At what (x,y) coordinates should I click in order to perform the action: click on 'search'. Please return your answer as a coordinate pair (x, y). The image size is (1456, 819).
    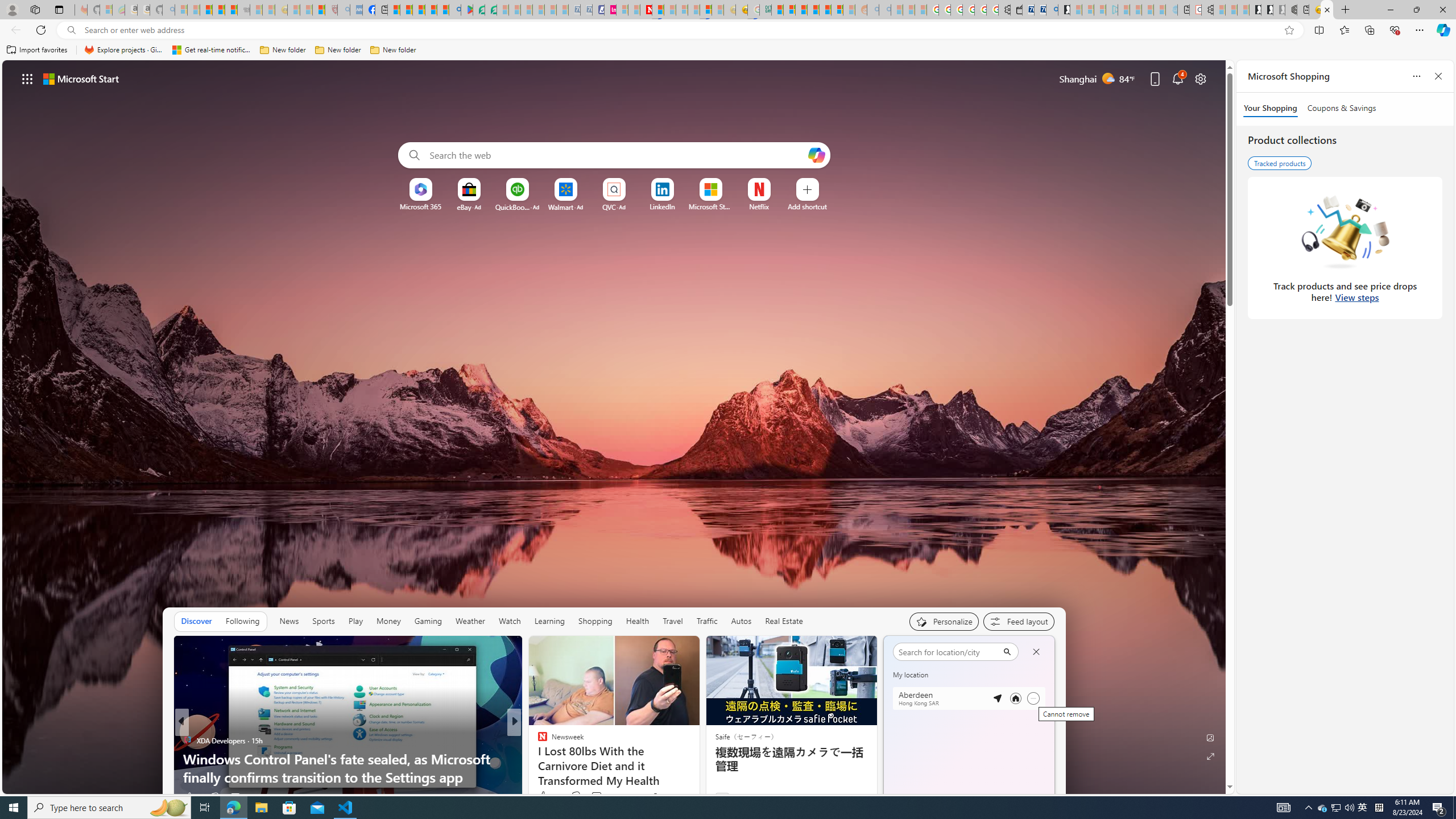
    Looking at the image, I should click on (948, 651).